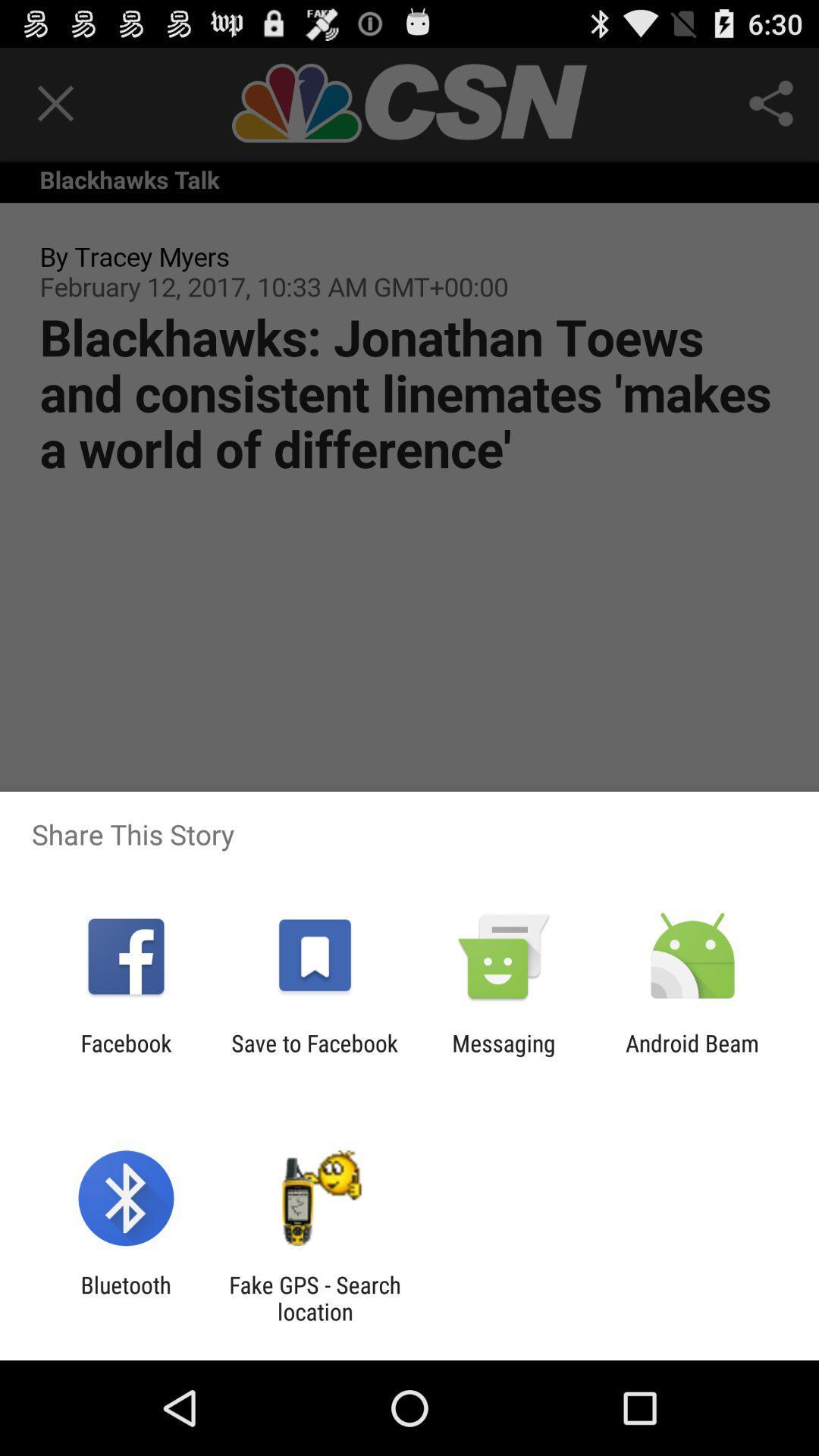  Describe the element at coordinates (314, 1056) in the screenshot. I see `icon to the left of messaging` at that location.